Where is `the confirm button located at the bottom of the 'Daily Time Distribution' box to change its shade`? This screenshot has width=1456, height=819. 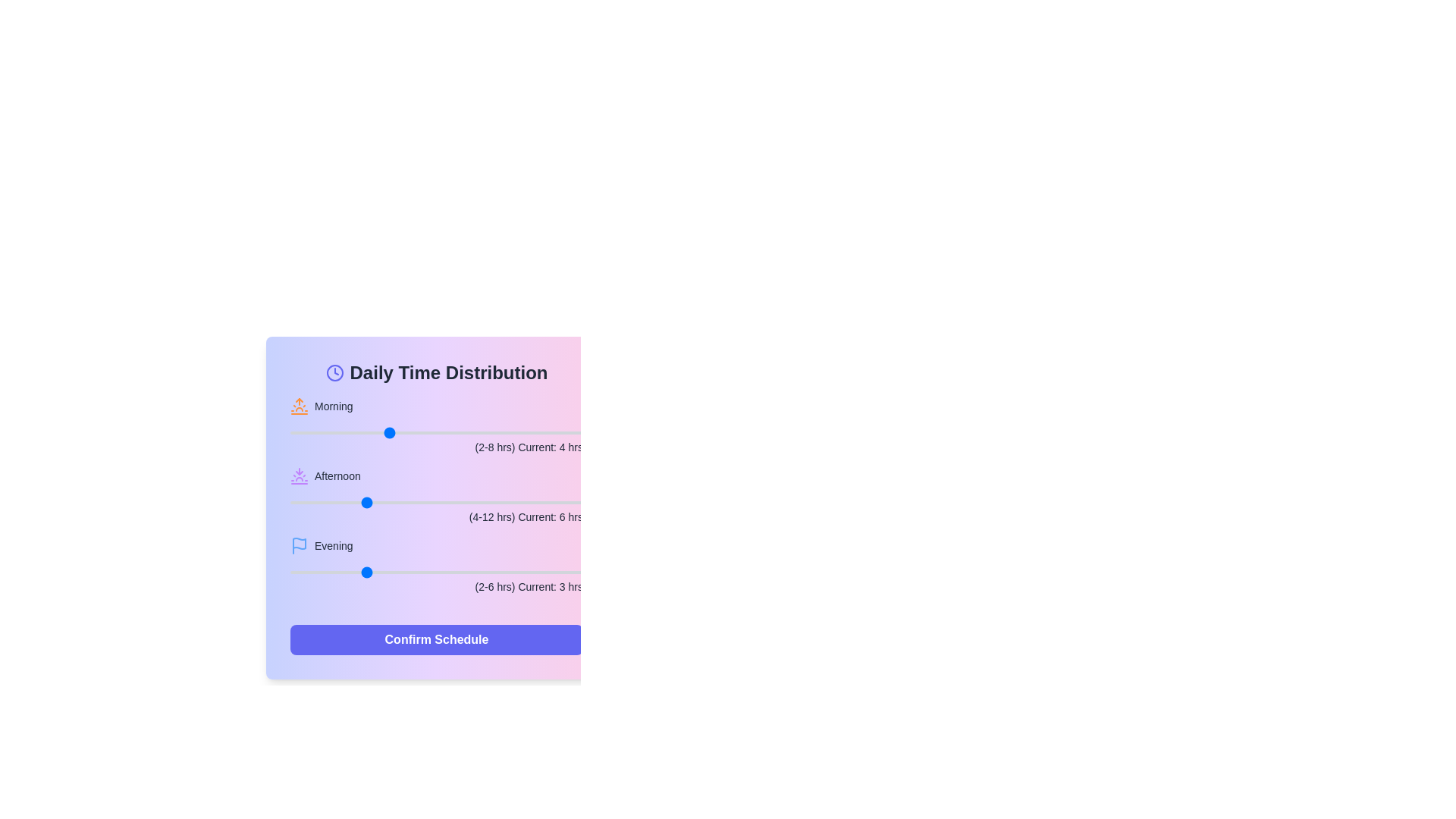
the confirm button located at the bottom of the 'Daily Time Distribution' box to change its shade is located at coordinates (436, 640).